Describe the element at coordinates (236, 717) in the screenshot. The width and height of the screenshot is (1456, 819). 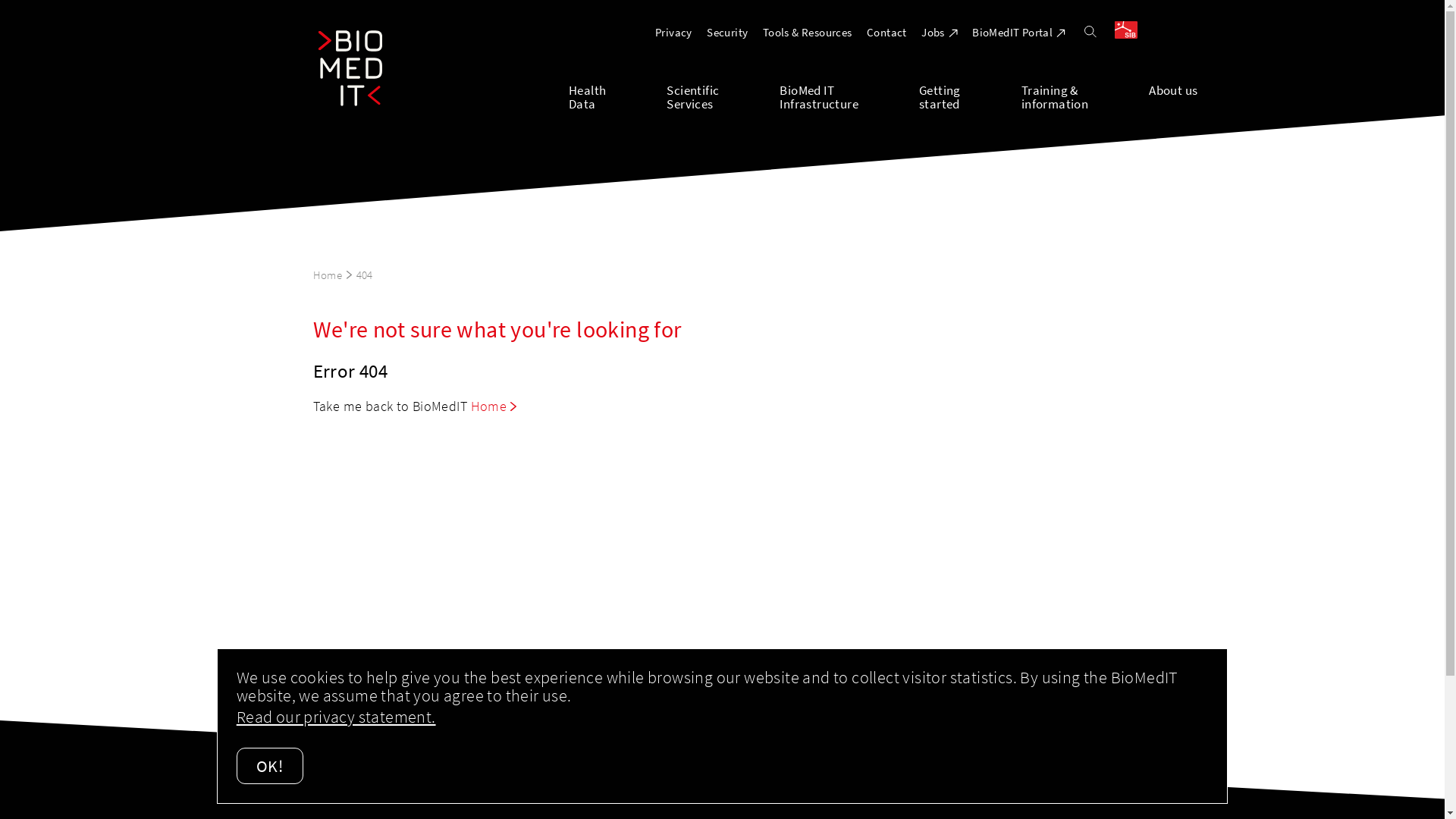
I see `'Read our privacy statement.'` at that location.